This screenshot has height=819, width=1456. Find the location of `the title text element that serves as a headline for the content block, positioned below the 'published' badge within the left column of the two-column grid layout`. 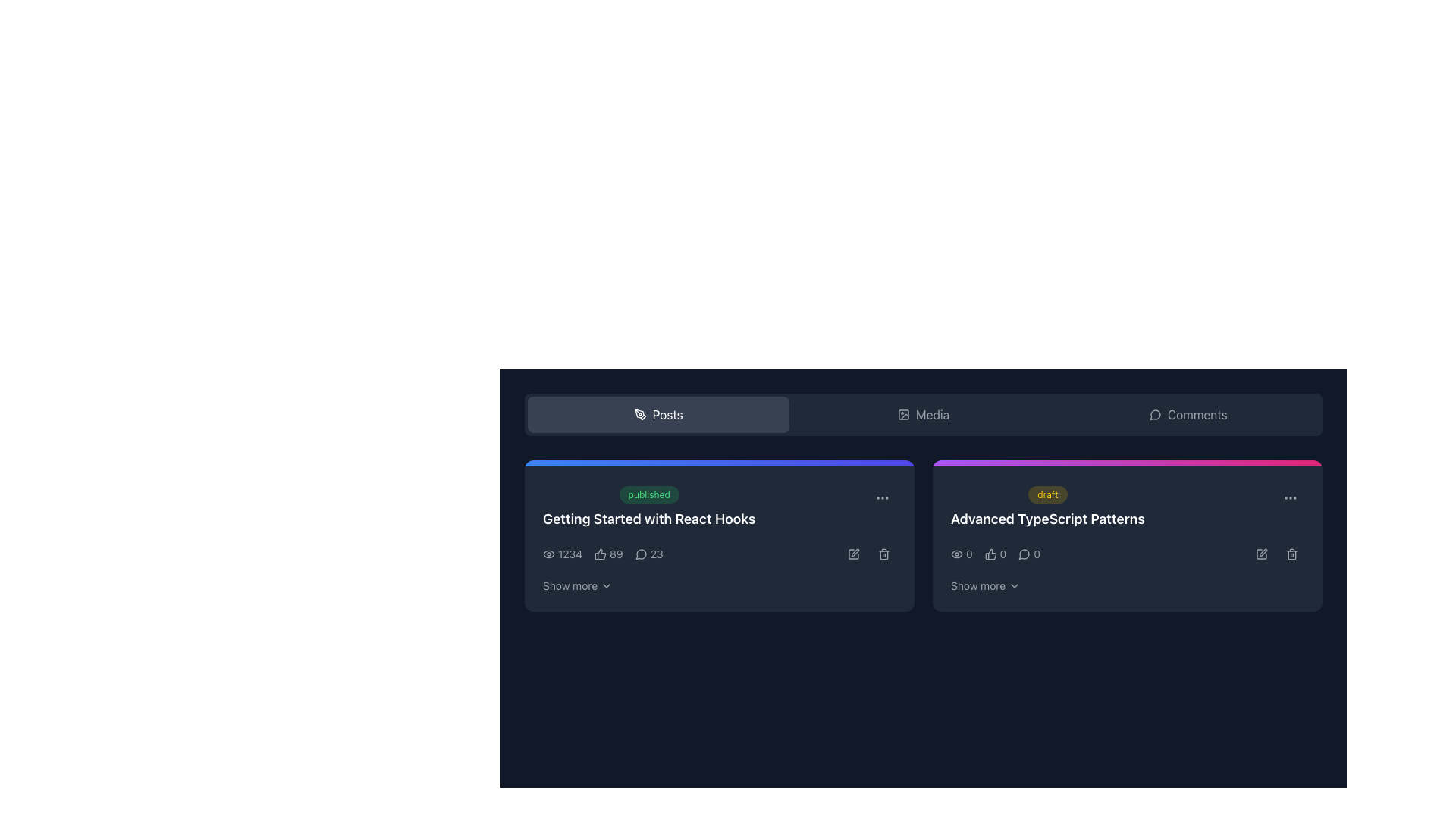

the title text element that serves as a headline for the content block, positioned below the 'published' badge within the left column of the two-column grid layout is located at coordinates (649, 519).